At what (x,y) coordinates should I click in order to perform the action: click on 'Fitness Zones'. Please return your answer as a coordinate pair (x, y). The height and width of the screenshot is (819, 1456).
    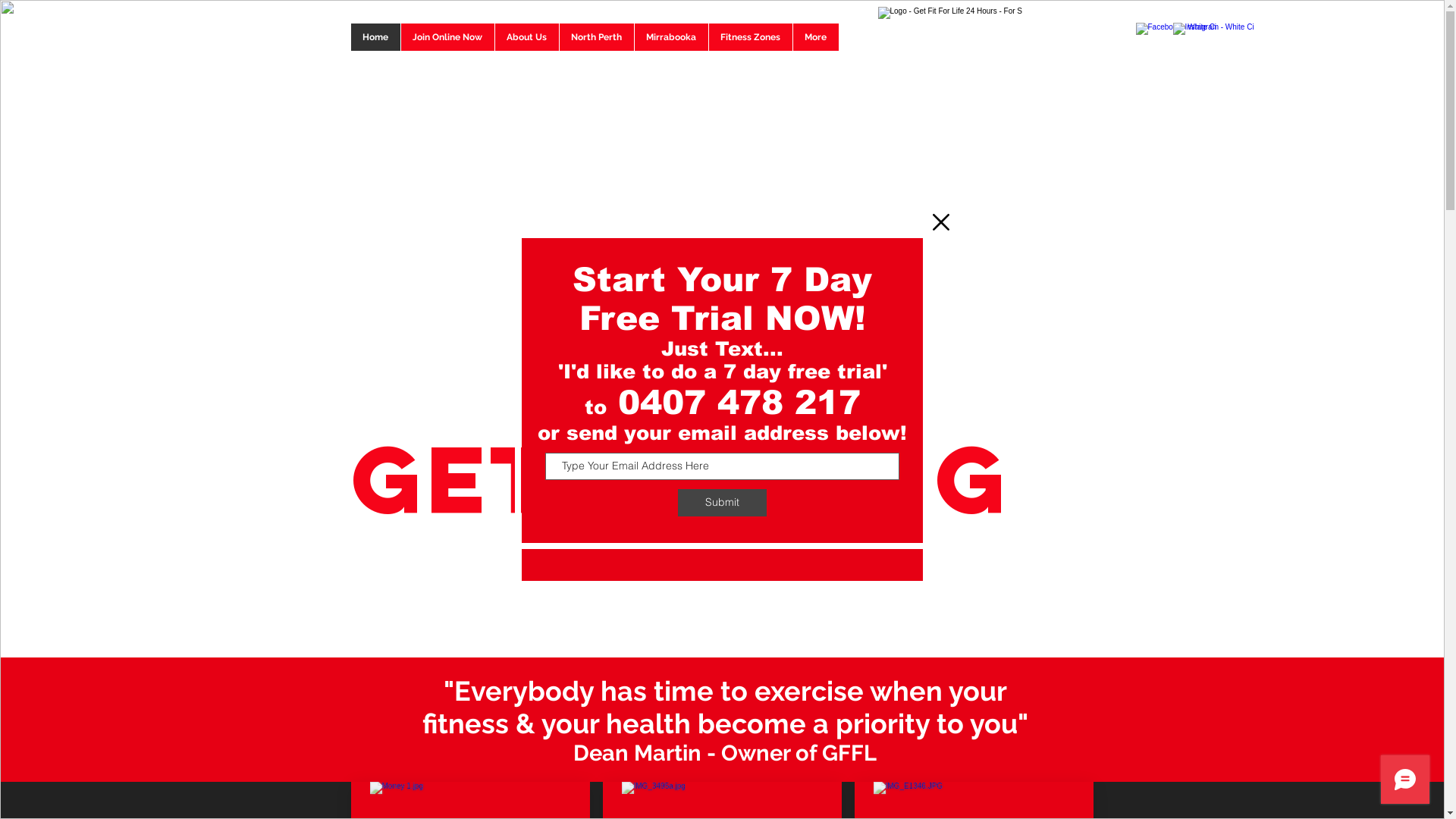
    Looking at the image, I should click on (750, 36).